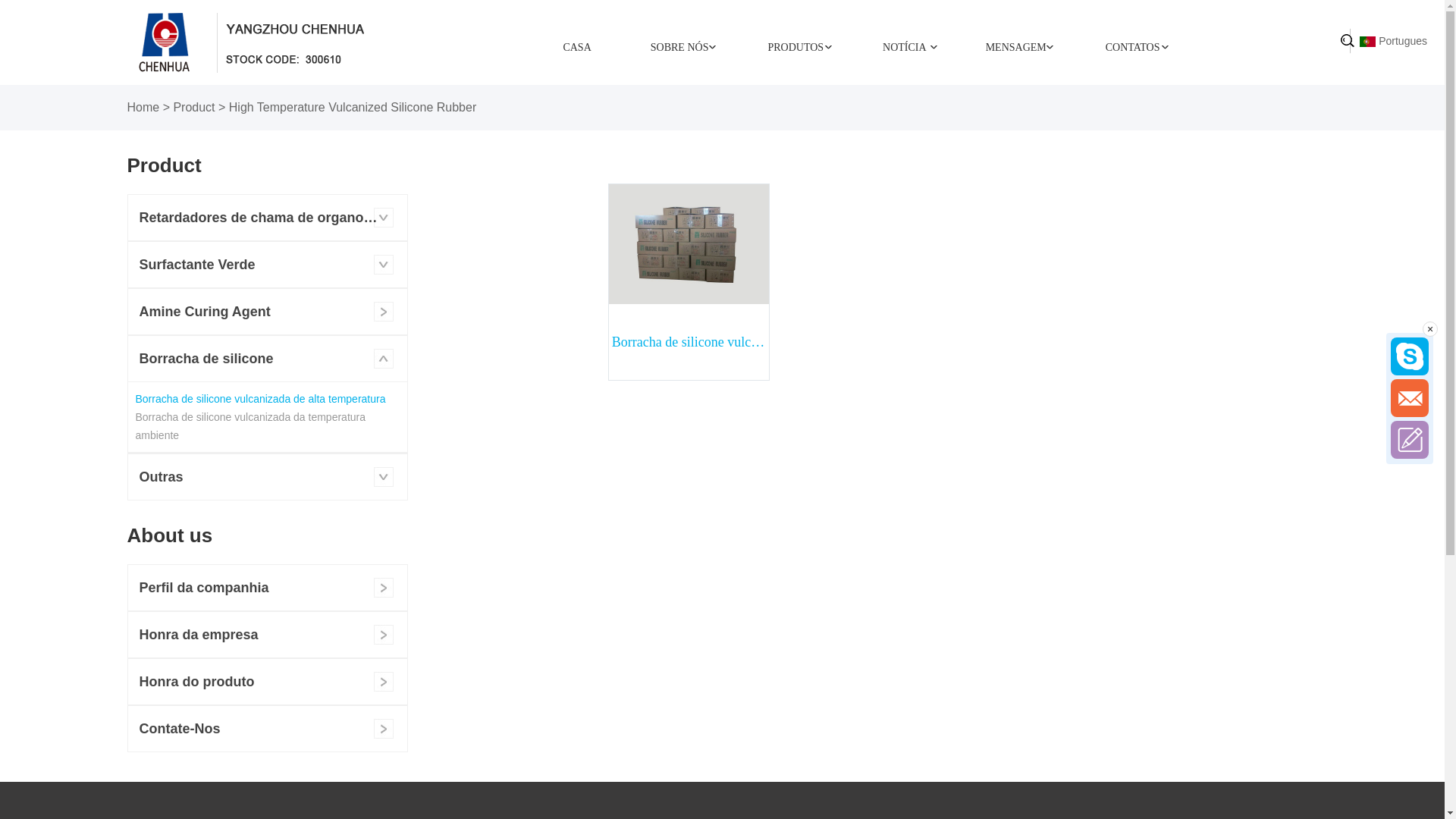 The width and height of the screenshot is (1456, 819). I want to click on 'High Temperature Vulcanized Silicone Rubber', so click(352, 106).